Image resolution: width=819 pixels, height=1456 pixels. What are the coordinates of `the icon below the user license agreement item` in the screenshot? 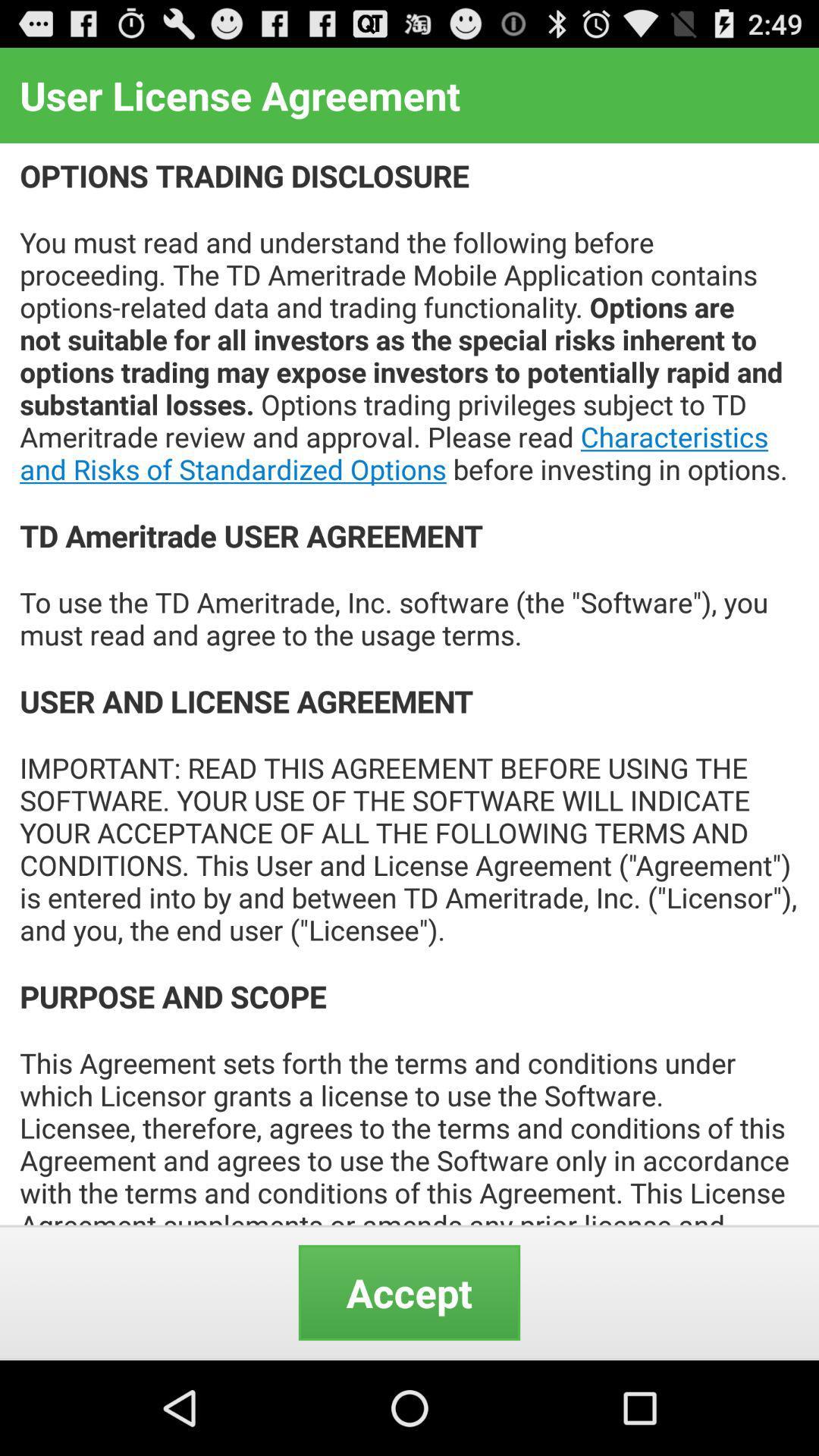 It's located at (409, 683).